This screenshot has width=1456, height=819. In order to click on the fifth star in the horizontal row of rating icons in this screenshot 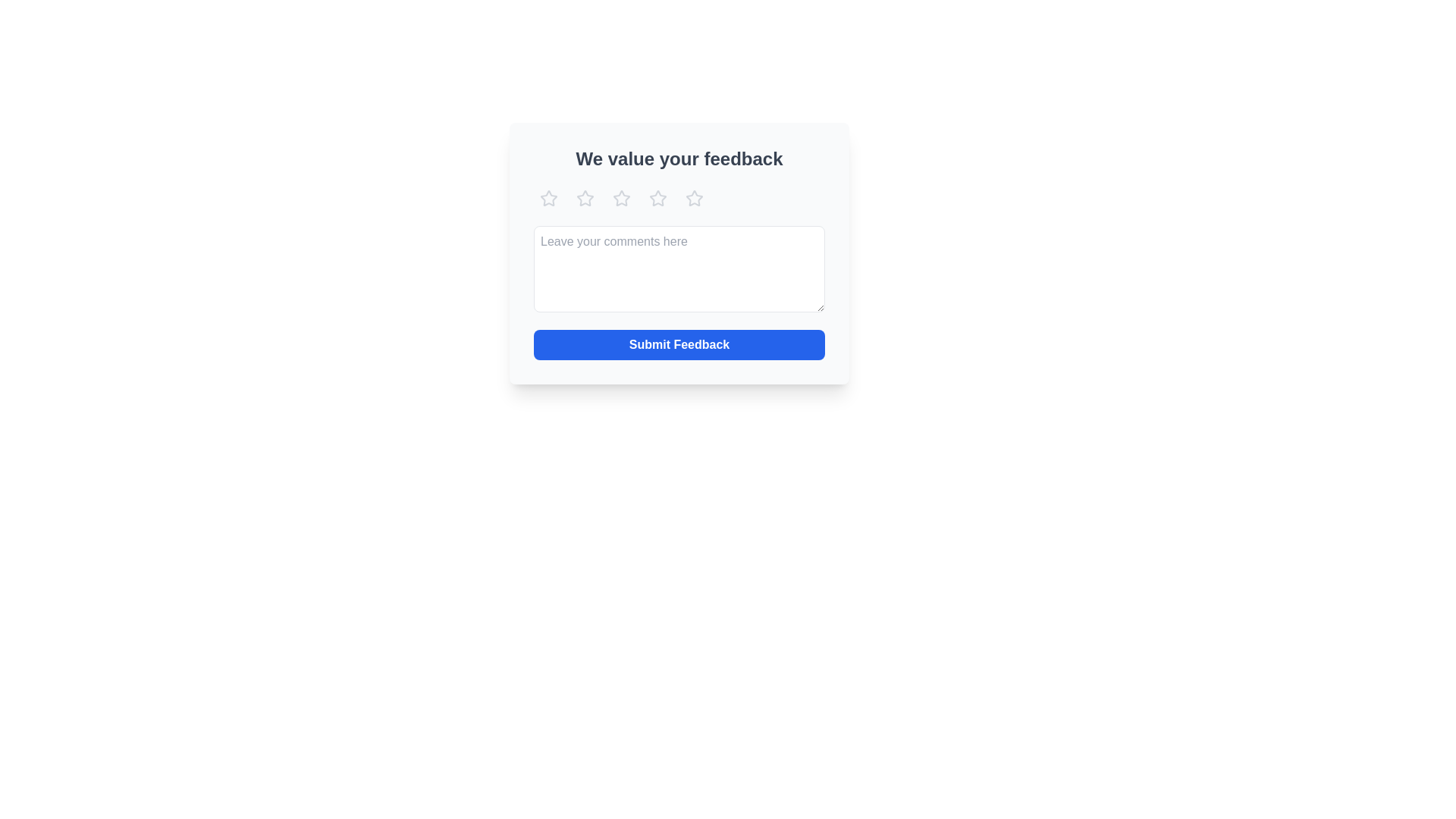, I will do `click(694, 198)`.